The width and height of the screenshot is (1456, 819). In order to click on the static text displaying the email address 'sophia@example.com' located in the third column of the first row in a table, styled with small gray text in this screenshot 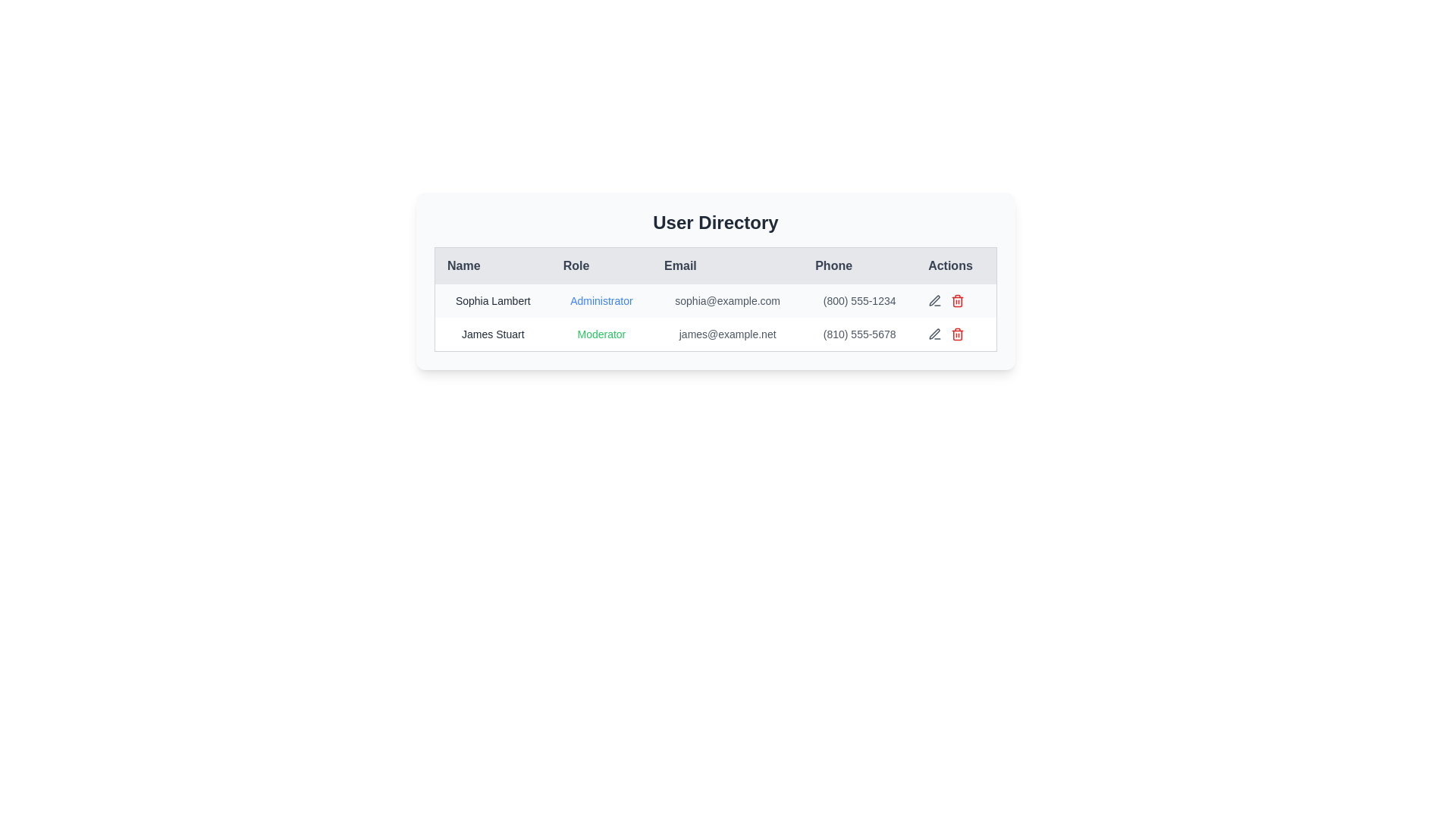, I will do `click(726, 301)`.